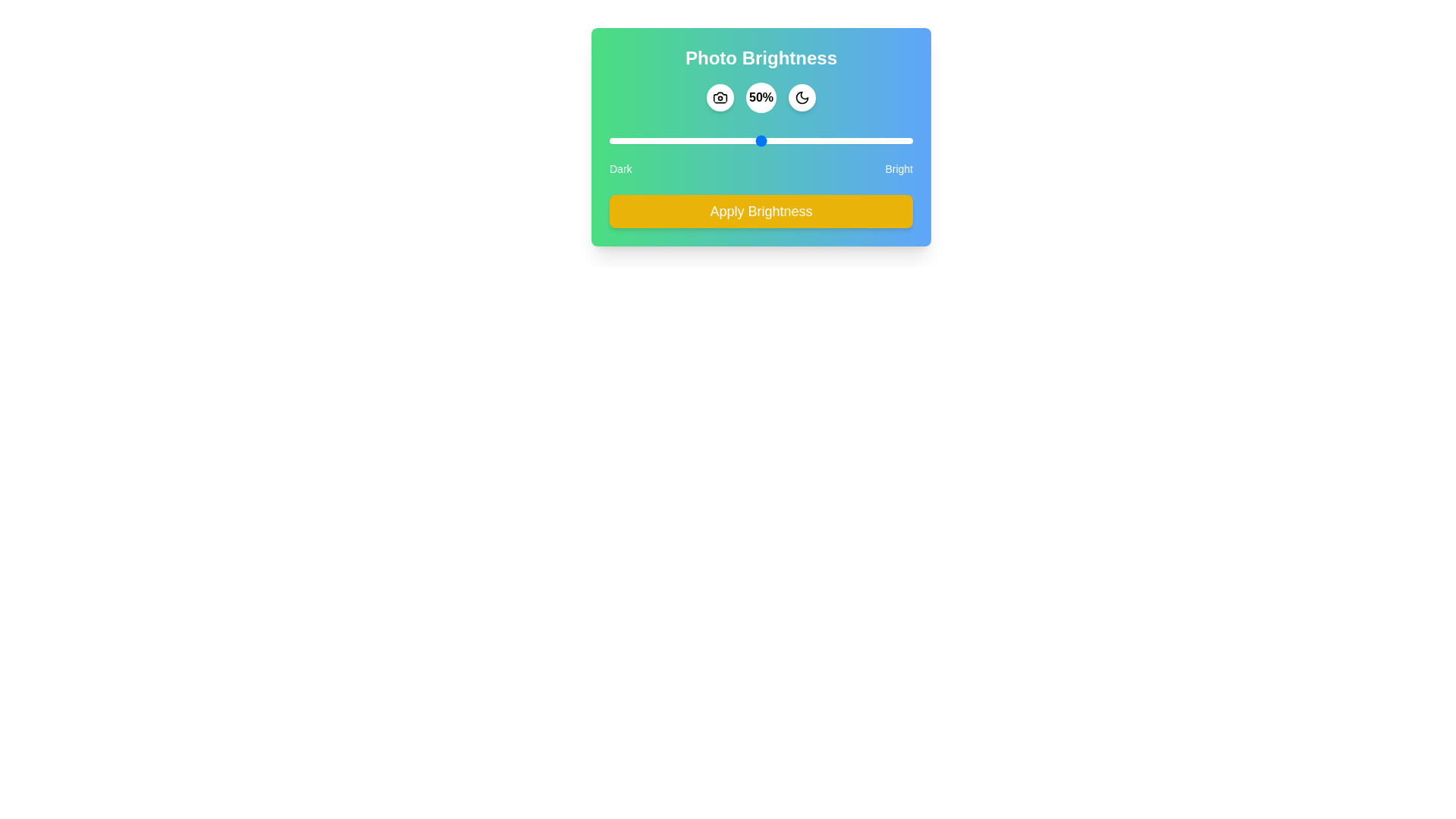  What do you see at coordinates (801, 97) in the screenshot?
I see `the moon icon to interact with it` at bounding box center [801, 97].